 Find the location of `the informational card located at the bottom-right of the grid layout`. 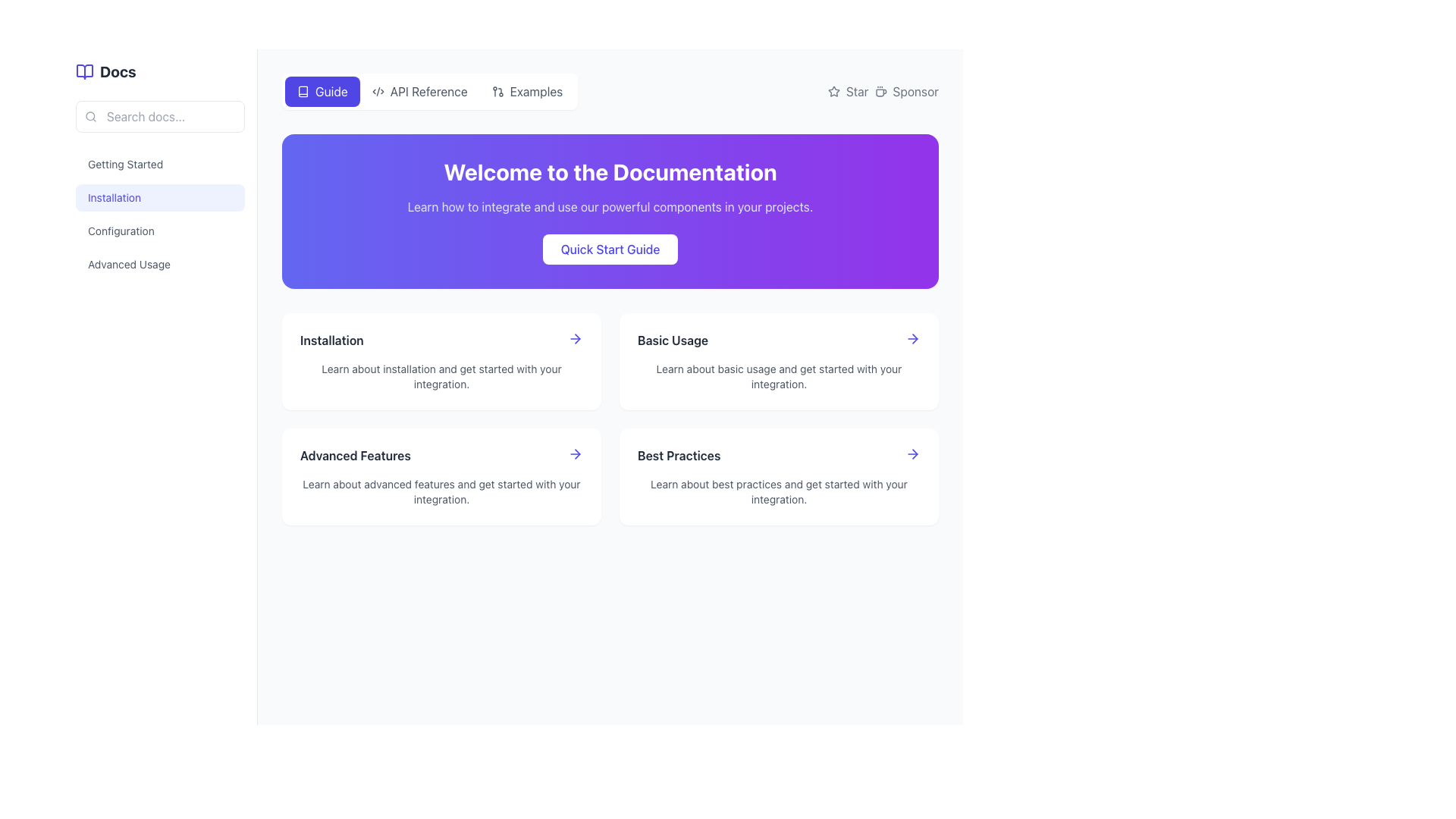

the informational card located at the bottom-right of the grid layout is located at coordinates (779, 475).